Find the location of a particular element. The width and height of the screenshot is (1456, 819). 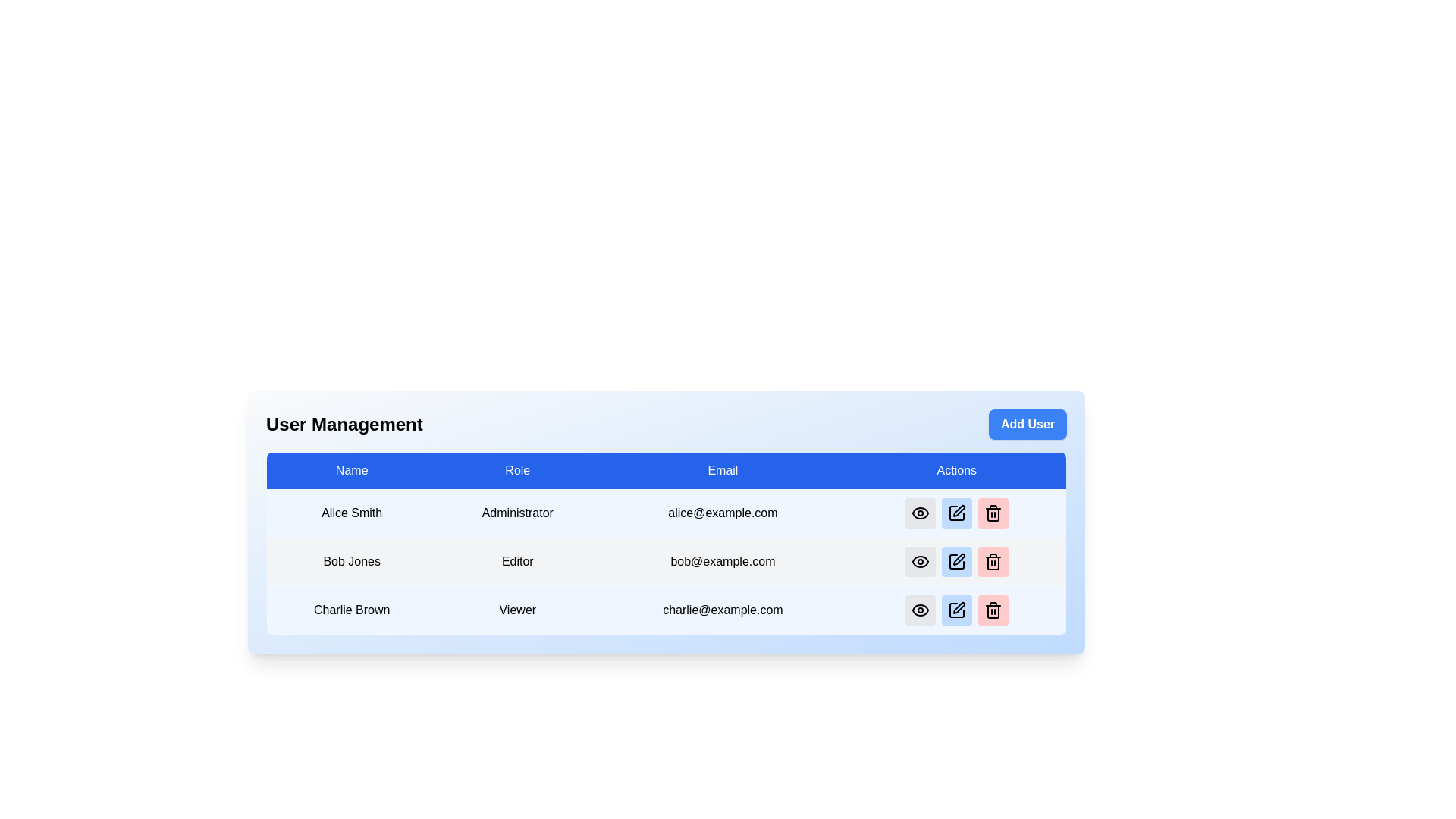

the eye icon in the 'Actions' column of the 'User Management' table for 'Charlie Brown' is located at coordinates (919, 610).